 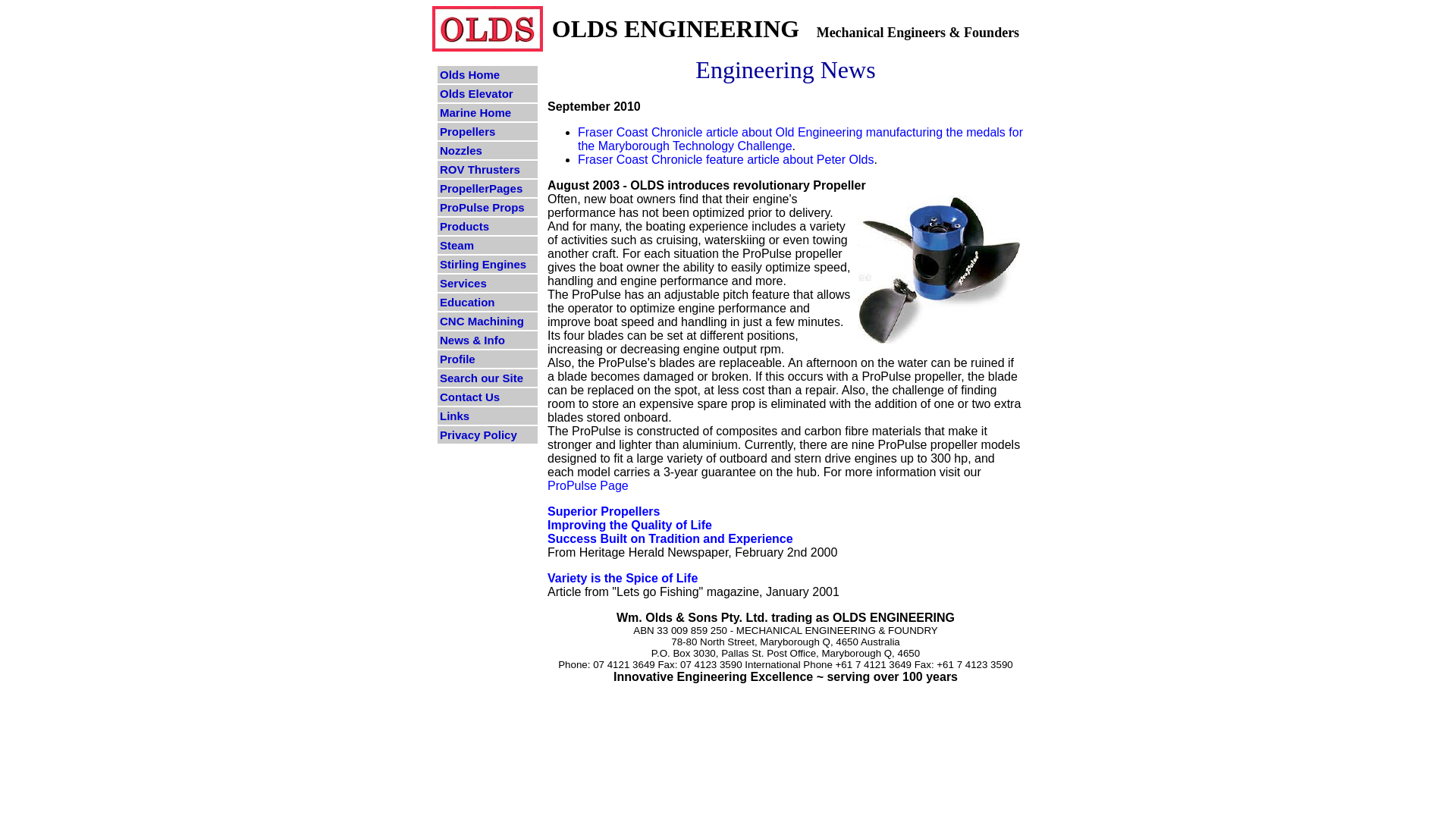 What do you see at coordinates (669, 538) in the screenshot?
I see `'Success Built on Tradition and Experience'` at bounding box center [669, 538].